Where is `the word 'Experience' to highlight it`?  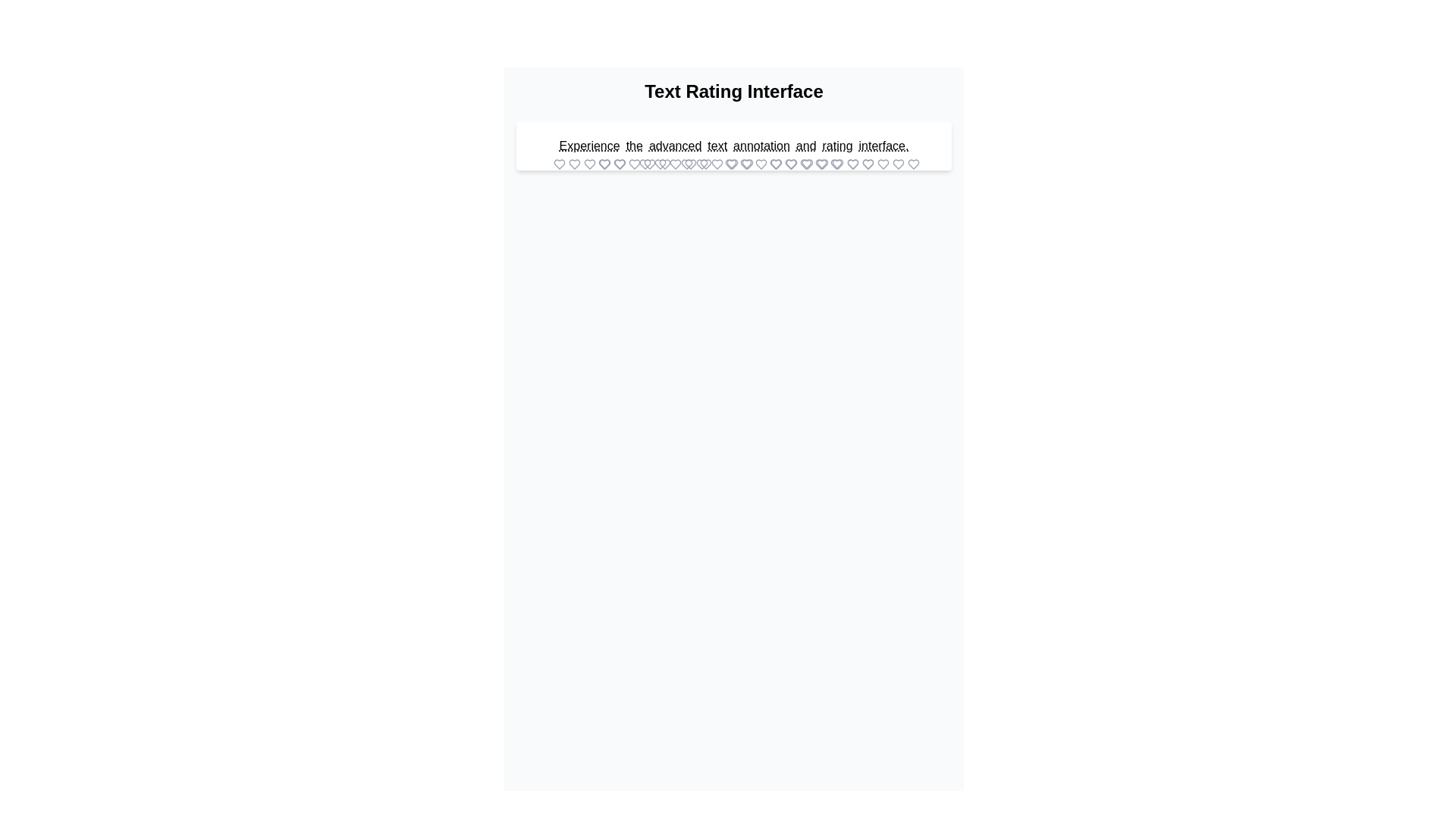
the word 'Experience' to highlight it is located at coordinates (588, 146).